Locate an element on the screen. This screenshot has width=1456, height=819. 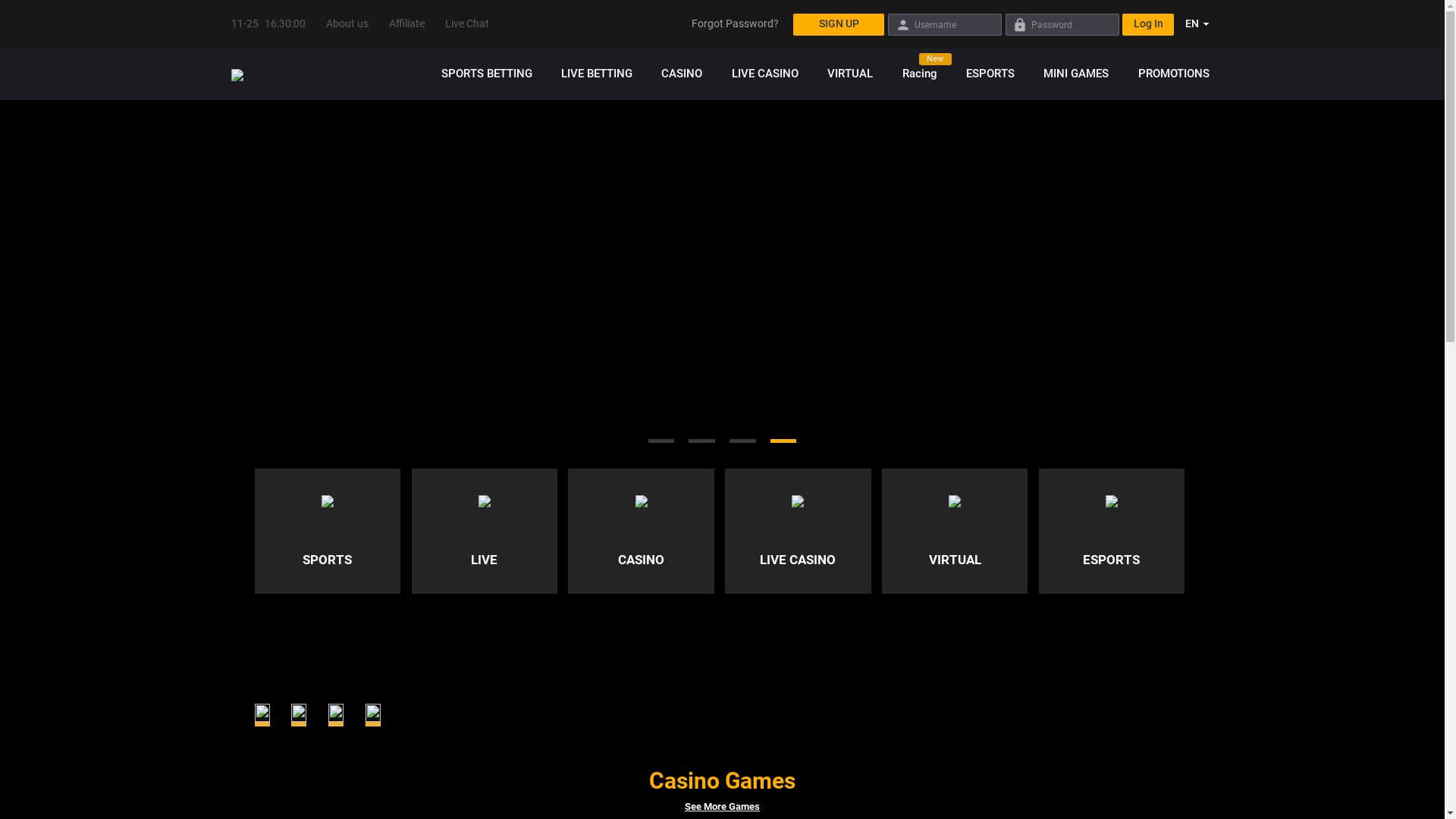
'SIGN UP' is located at coordinates (837, 24).